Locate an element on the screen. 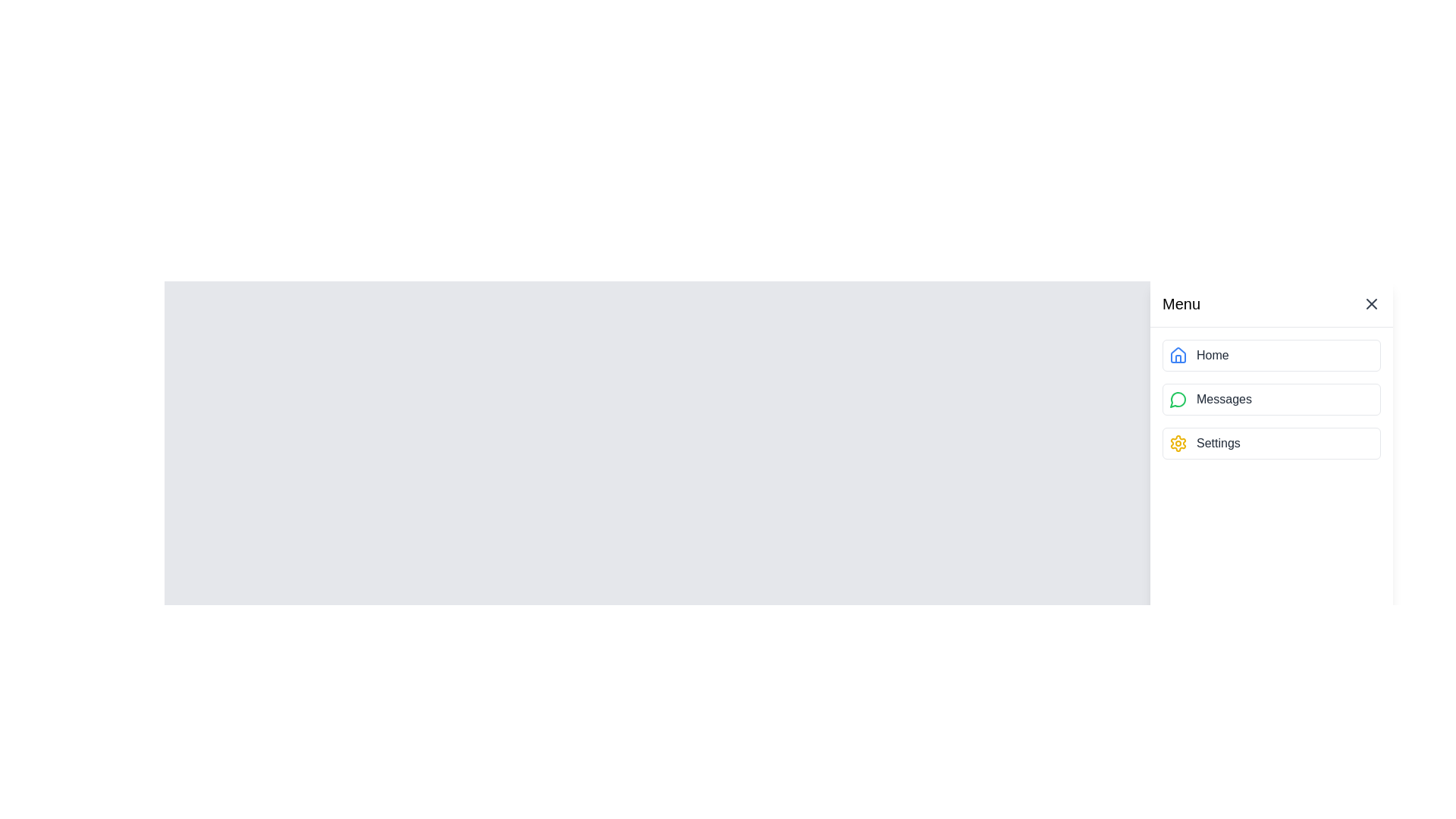 The width and height of the screenshot is (1456, 819). the 'Home' menu icon located on the right side of the interface, adjacent to the 'Home' text label is located at coordinates (1178, 356).